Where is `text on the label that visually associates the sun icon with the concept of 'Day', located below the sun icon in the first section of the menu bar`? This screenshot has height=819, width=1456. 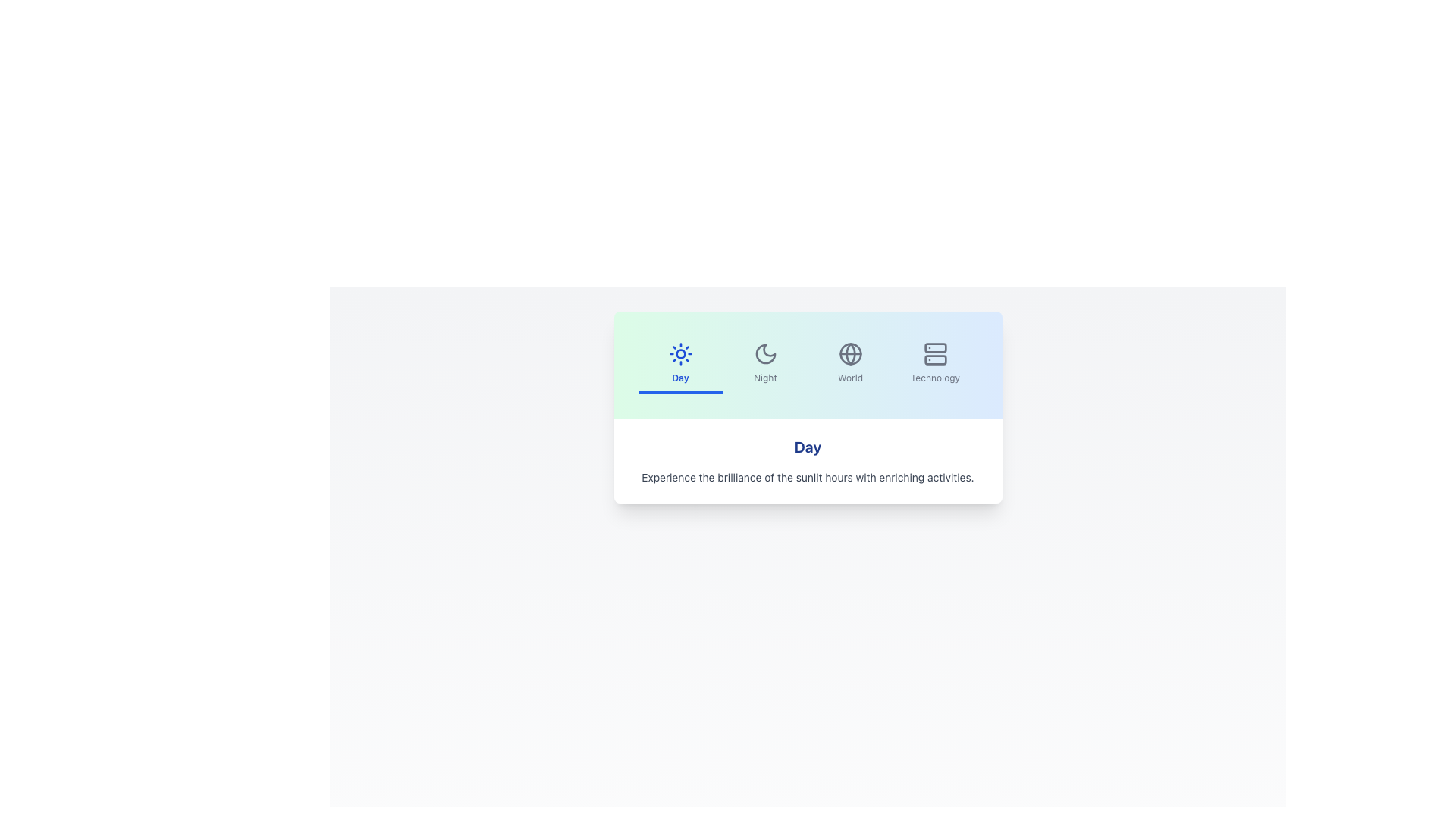 text on the label that visually associates the sun icon with the concept of 'Day', located below the sun icon in the first section of the menu bar is located at coordinates (679, 377).